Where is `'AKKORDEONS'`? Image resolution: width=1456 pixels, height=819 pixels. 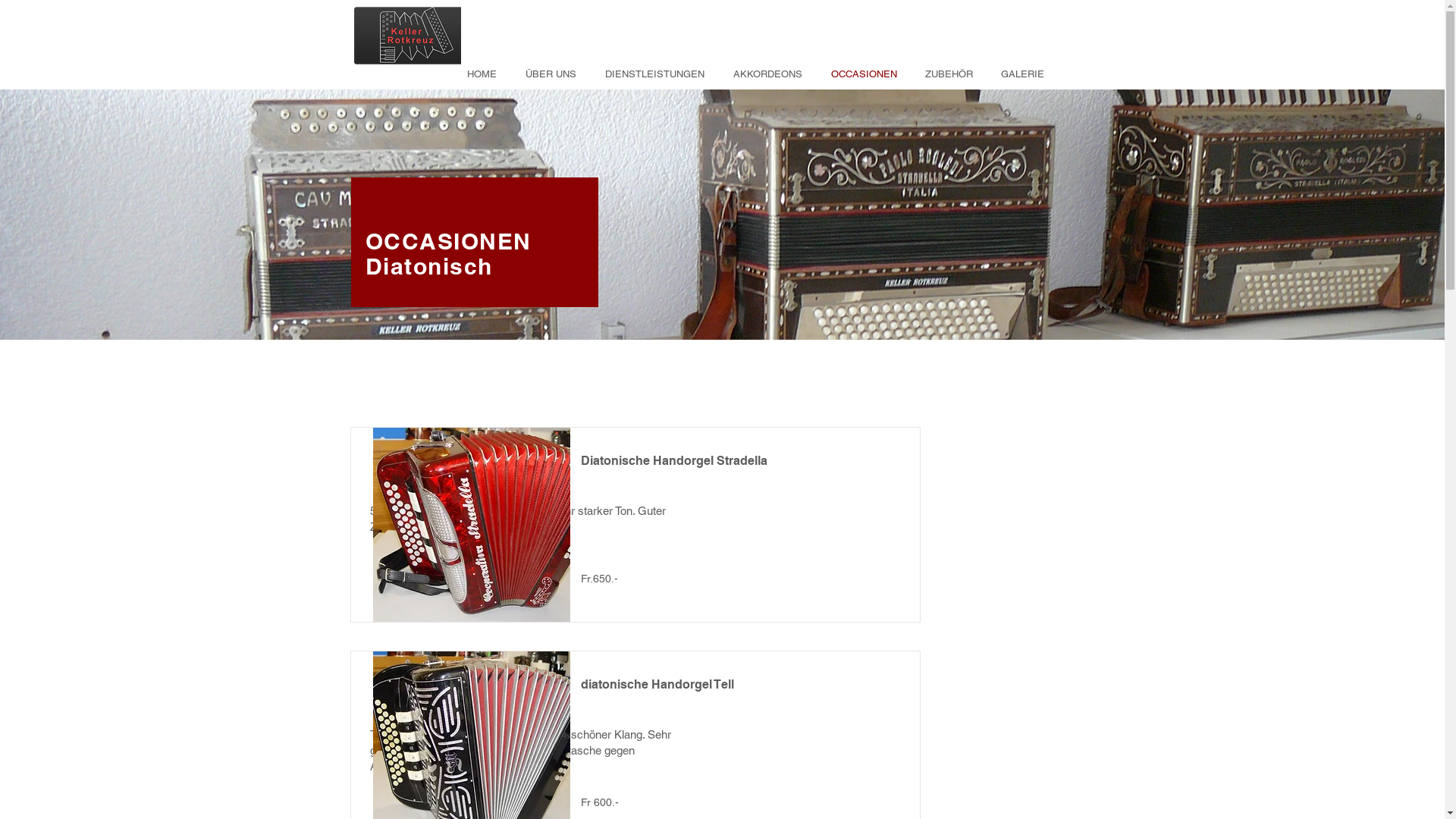 'AKKORDEONS' is located at coordinates (764, 74).